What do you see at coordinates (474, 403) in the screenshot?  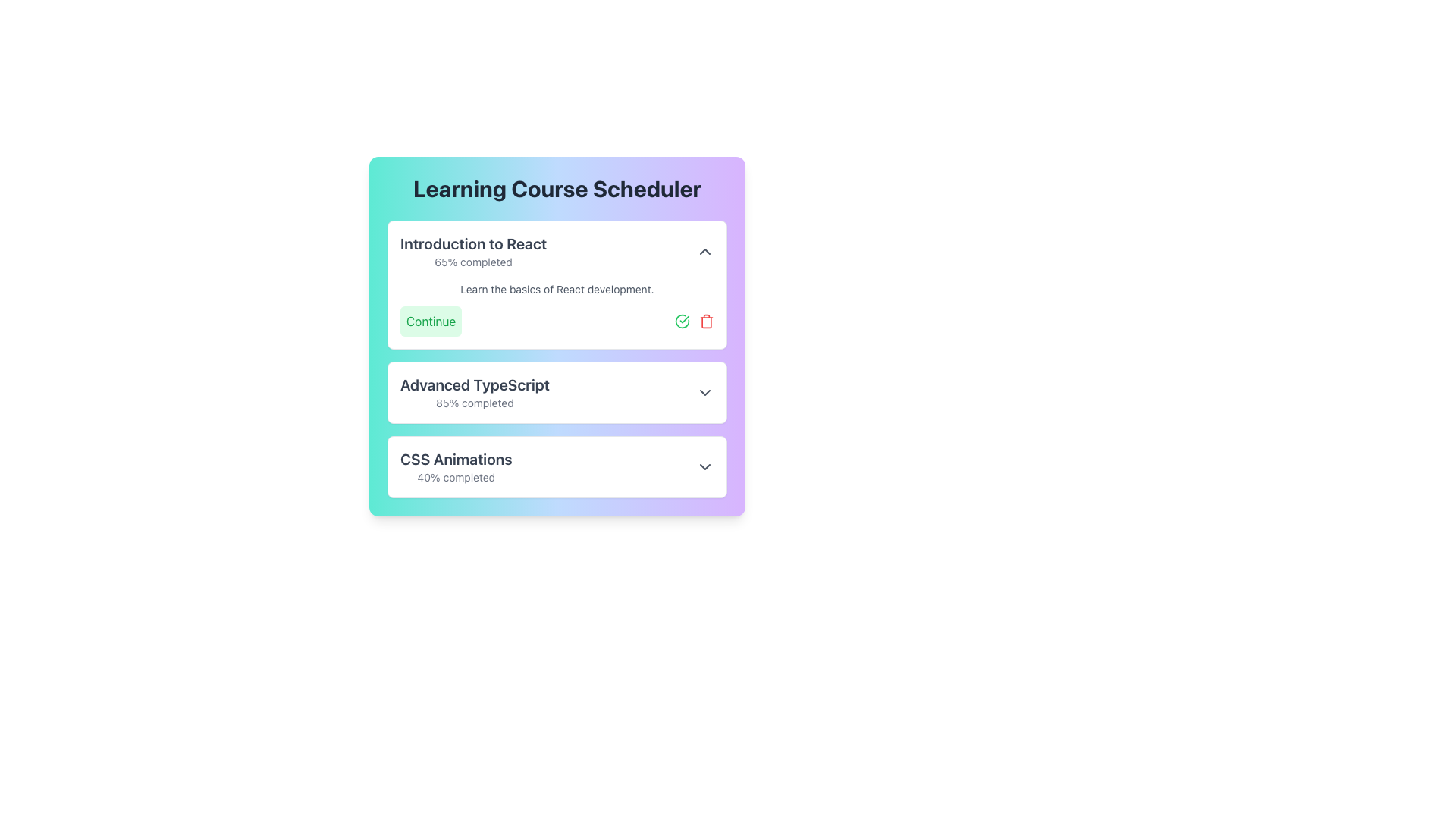 I see `the text element displaying '85% completed' located below the title 'Advanced TypeScript' in the 'Learning Course Scheduler' interface` at bounding box center [474, 403].